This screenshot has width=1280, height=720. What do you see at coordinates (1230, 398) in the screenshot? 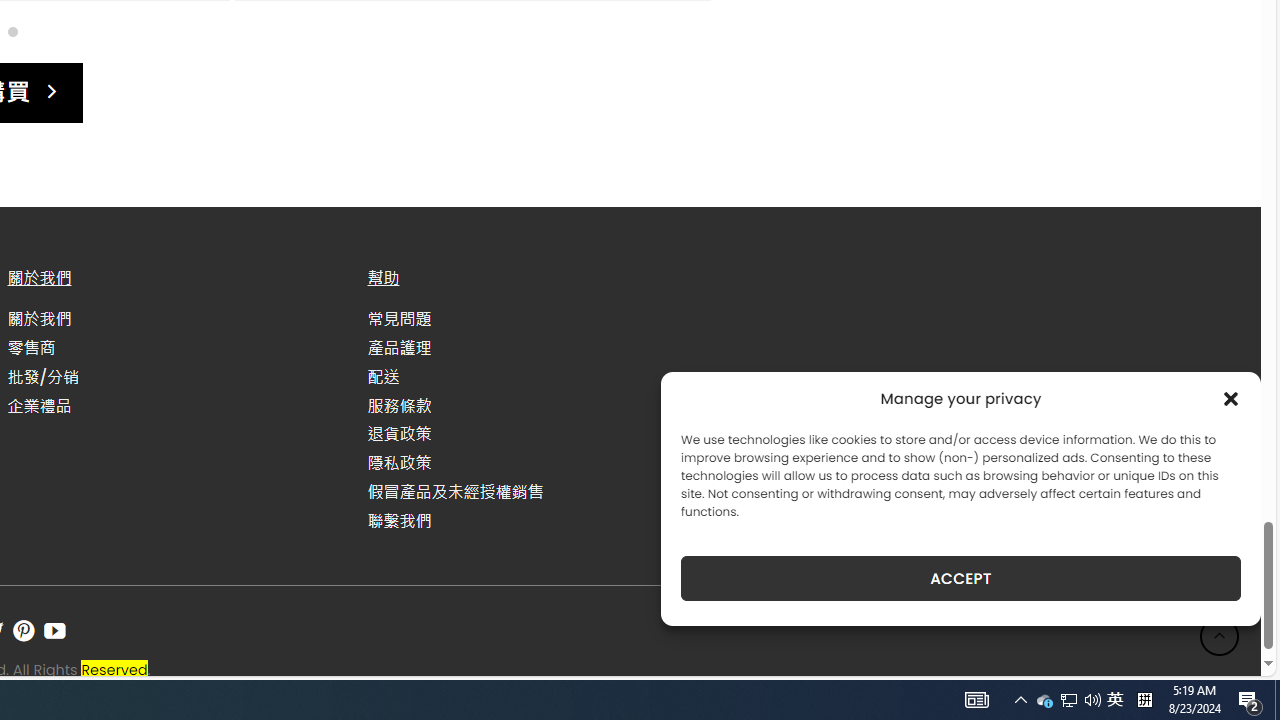
I see `'Class: cmplz-close'` at bounding box center [1230, 398].